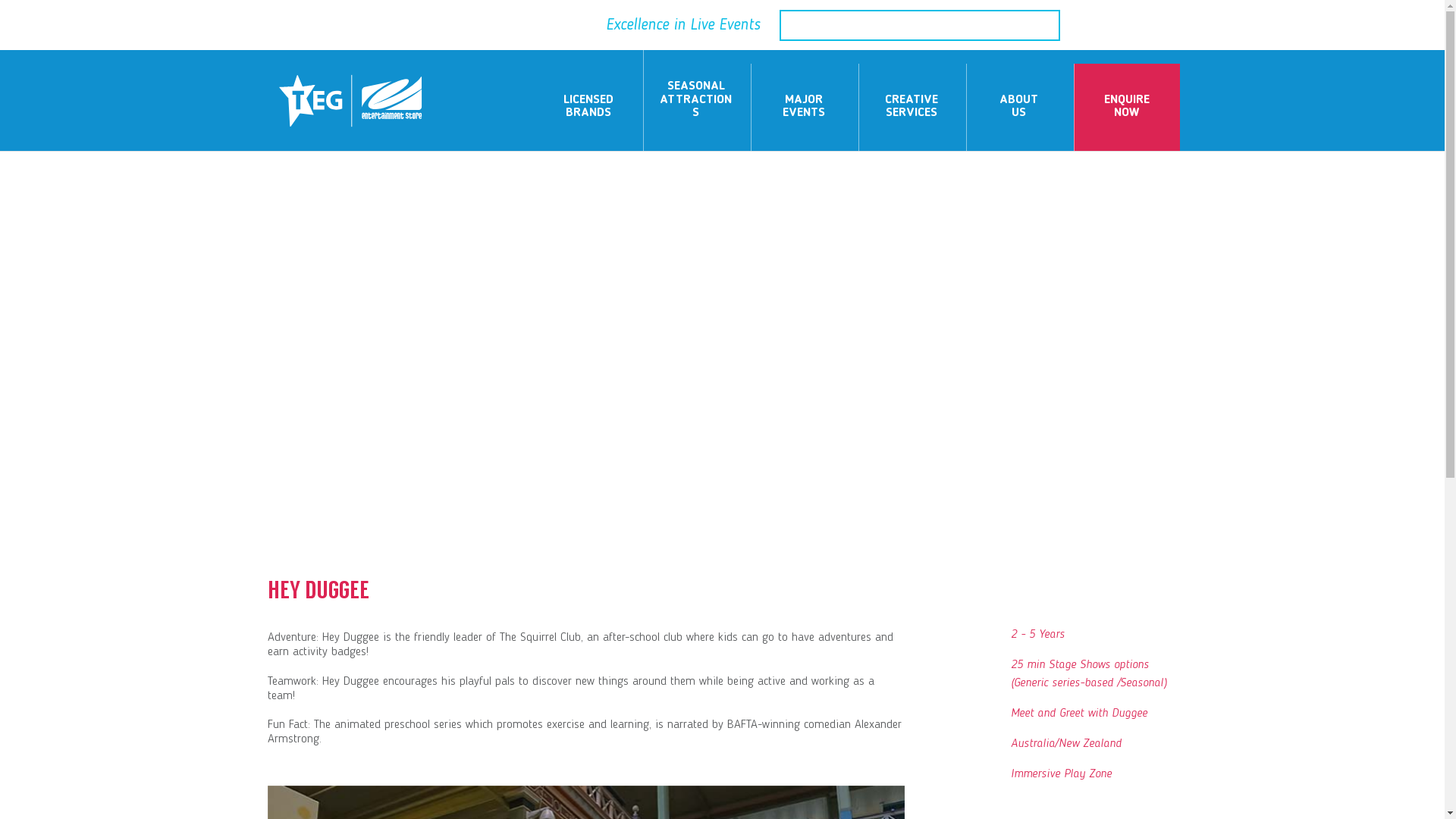  Describe the element at coordinates (1019, 106) in the screenshot. I see `'ABOUT US'` at that location.